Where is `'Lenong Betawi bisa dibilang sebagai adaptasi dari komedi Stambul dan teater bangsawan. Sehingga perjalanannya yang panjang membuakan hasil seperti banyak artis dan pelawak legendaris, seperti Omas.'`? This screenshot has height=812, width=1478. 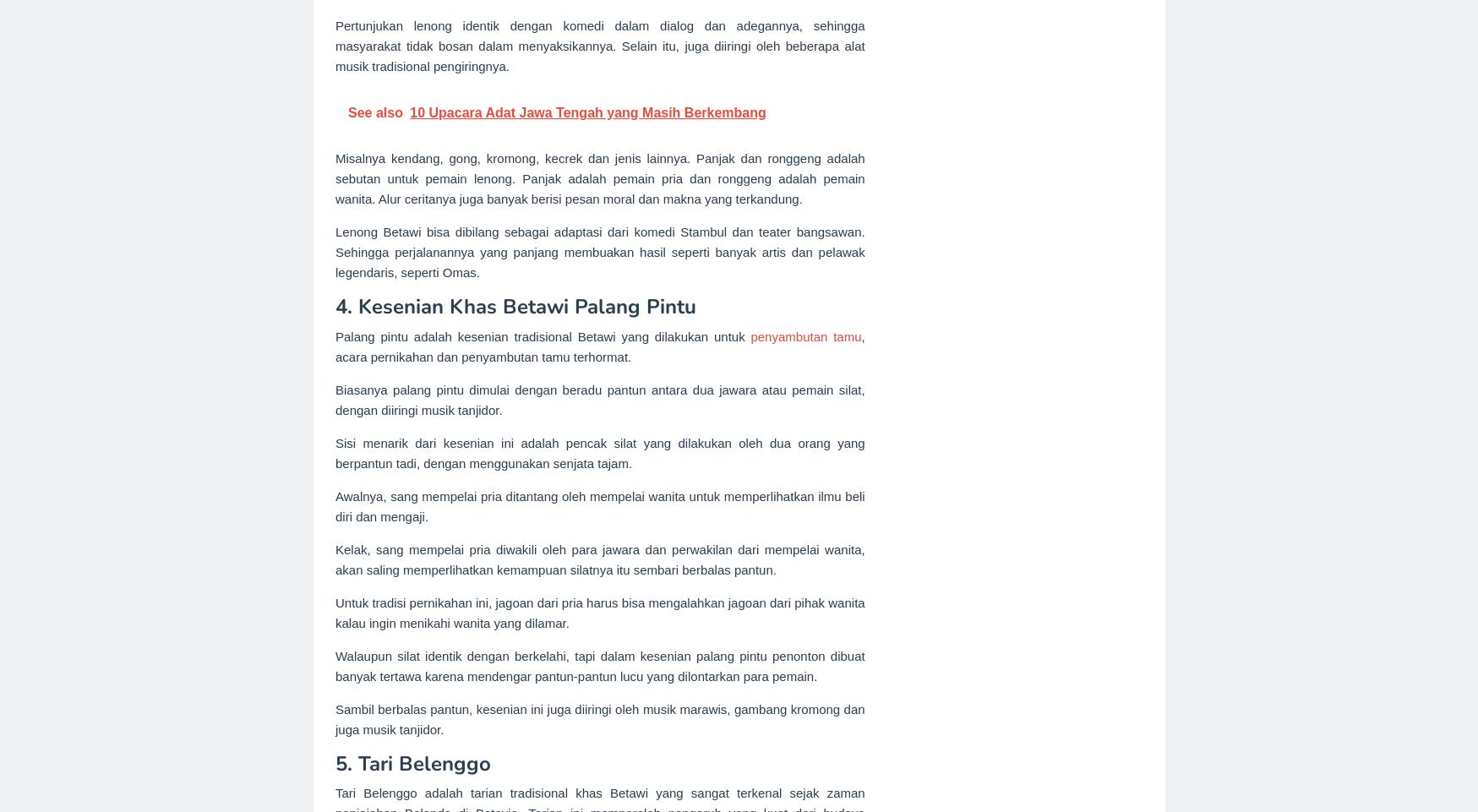
'Lenong Betawi bisa dibilang sebagai adaptasi dari komedi Stambul dan teater bangsawan. Sehingga perjalanannya yang panjang membuakan hasil seperti banyak artis dan pelawak legendaris, seperti Omas.' is located at coordinates (598, 252).